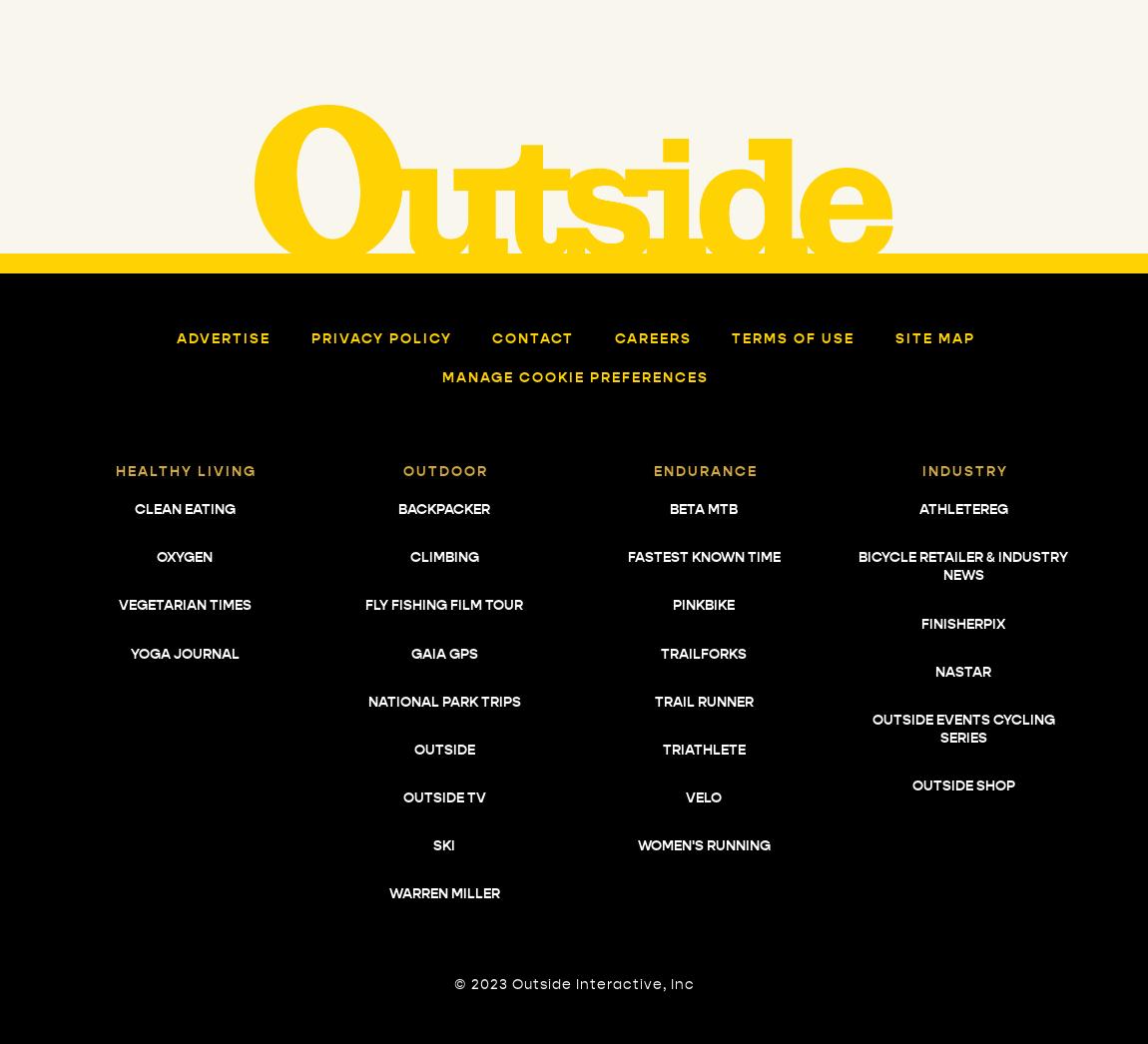 The width and height of the screenshot is (1148, 1044). Describe the element at coordinates (702, 508) in the screenshot. I see `'Beta MTB'` at that location.